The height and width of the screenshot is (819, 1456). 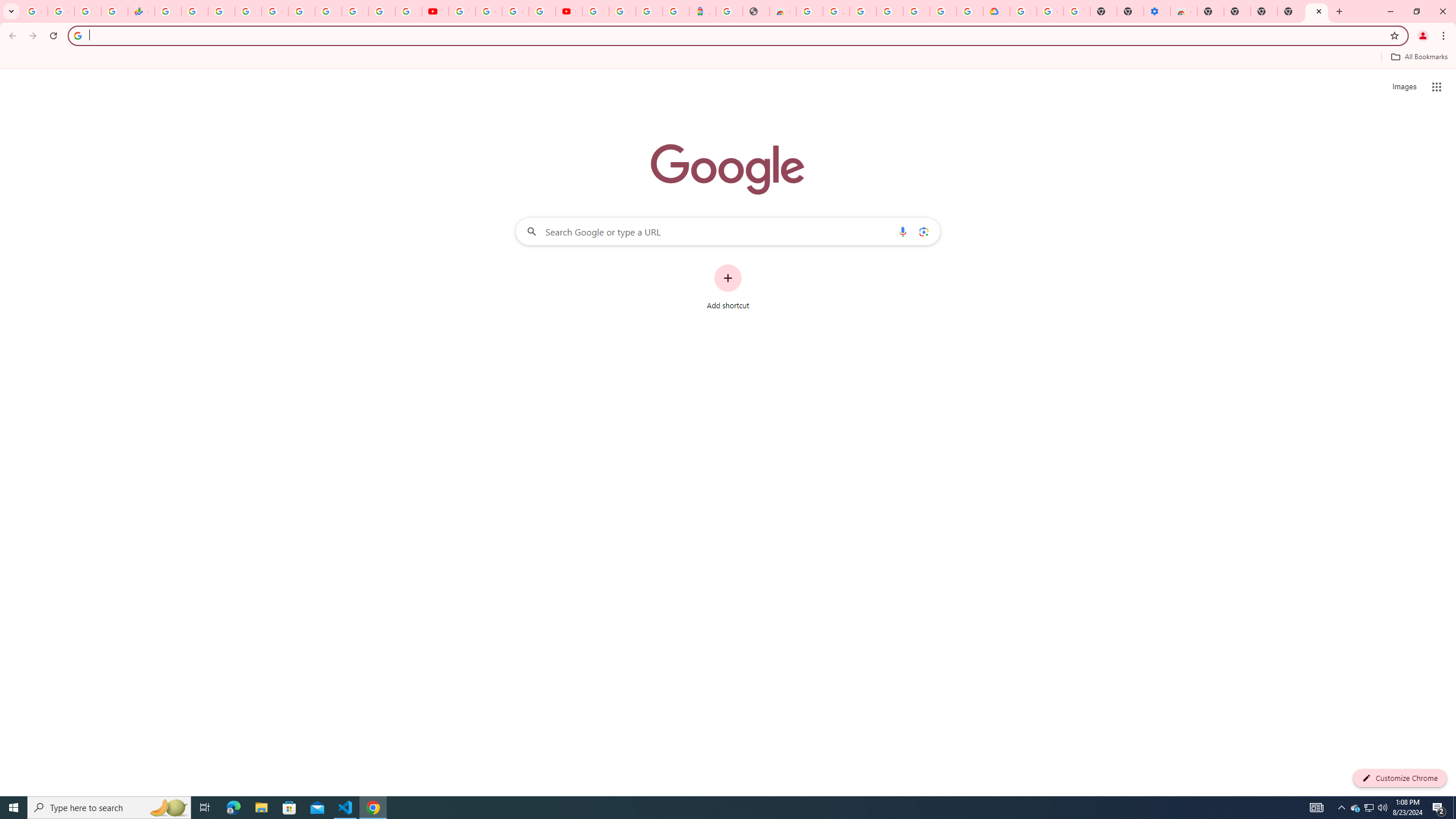 I want to click on 'Turn cookies on or off - Computer - Google Account Help', so click(x=1076, y=11).